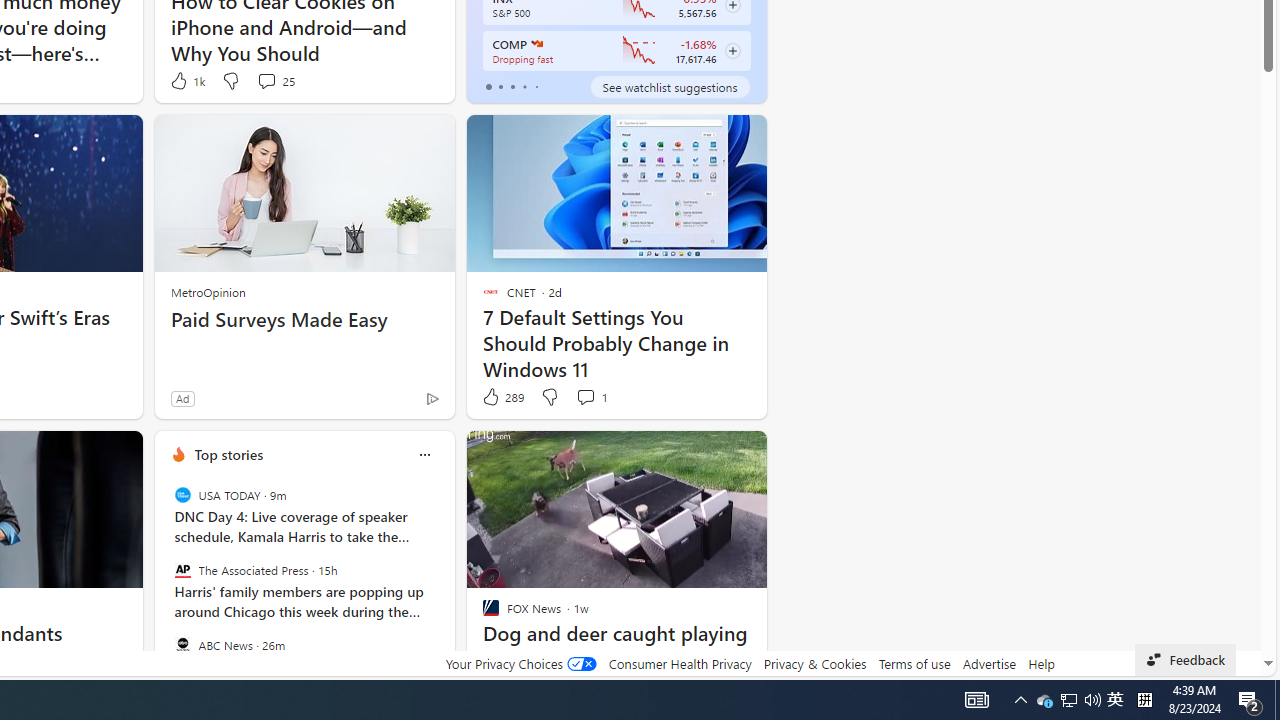 The width and height of the screenshot is (1280, 720). Describe the element at coordinates (502, 397) in the screenshot. I see `'289 Like'` at that location.